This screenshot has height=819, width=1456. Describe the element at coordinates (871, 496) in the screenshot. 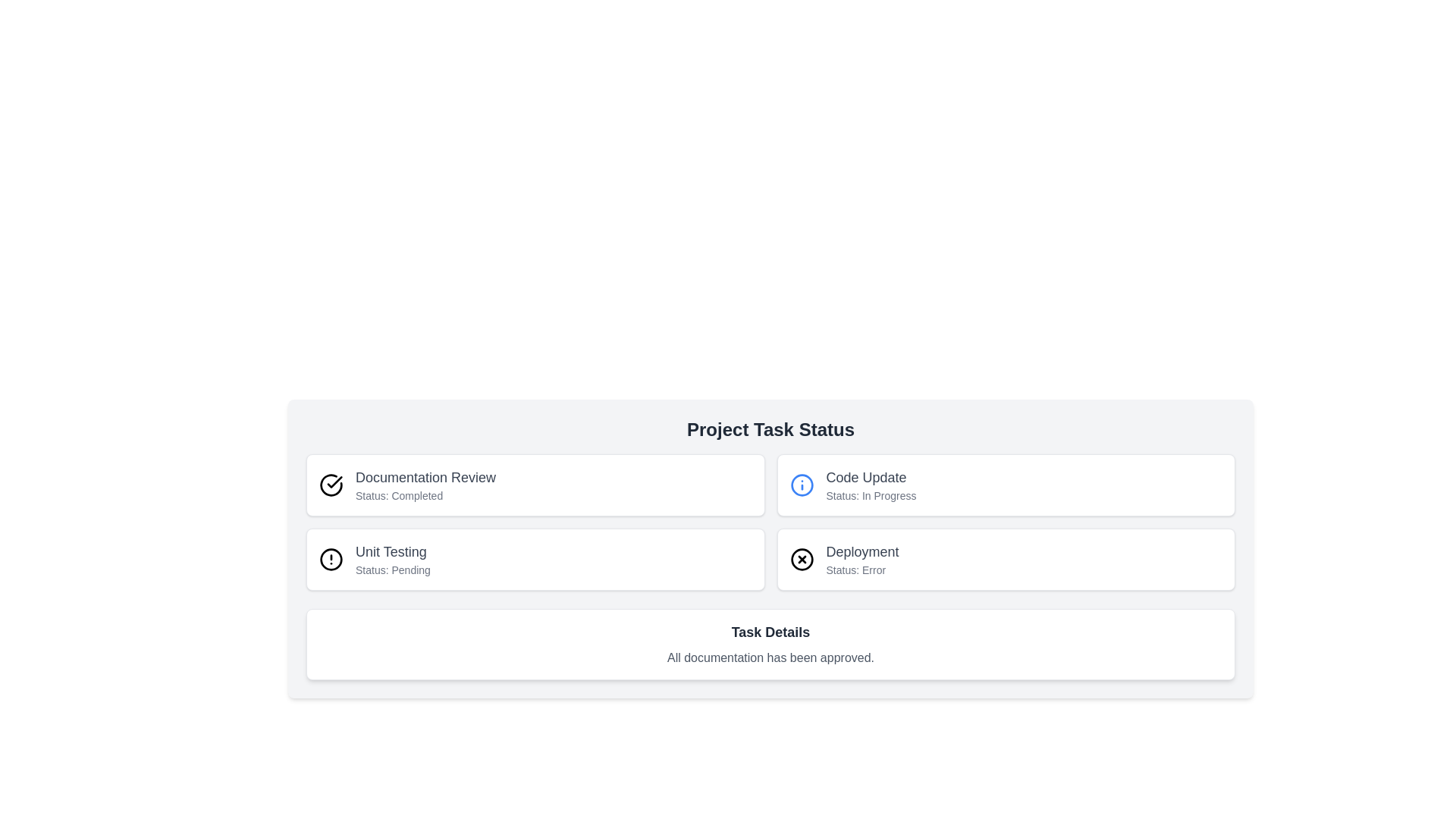

I see `the text label displaying 'Status: In Progress' located below the 'Code Update' header, positioned centrally in the top-right quadrant of the interface` at that location.